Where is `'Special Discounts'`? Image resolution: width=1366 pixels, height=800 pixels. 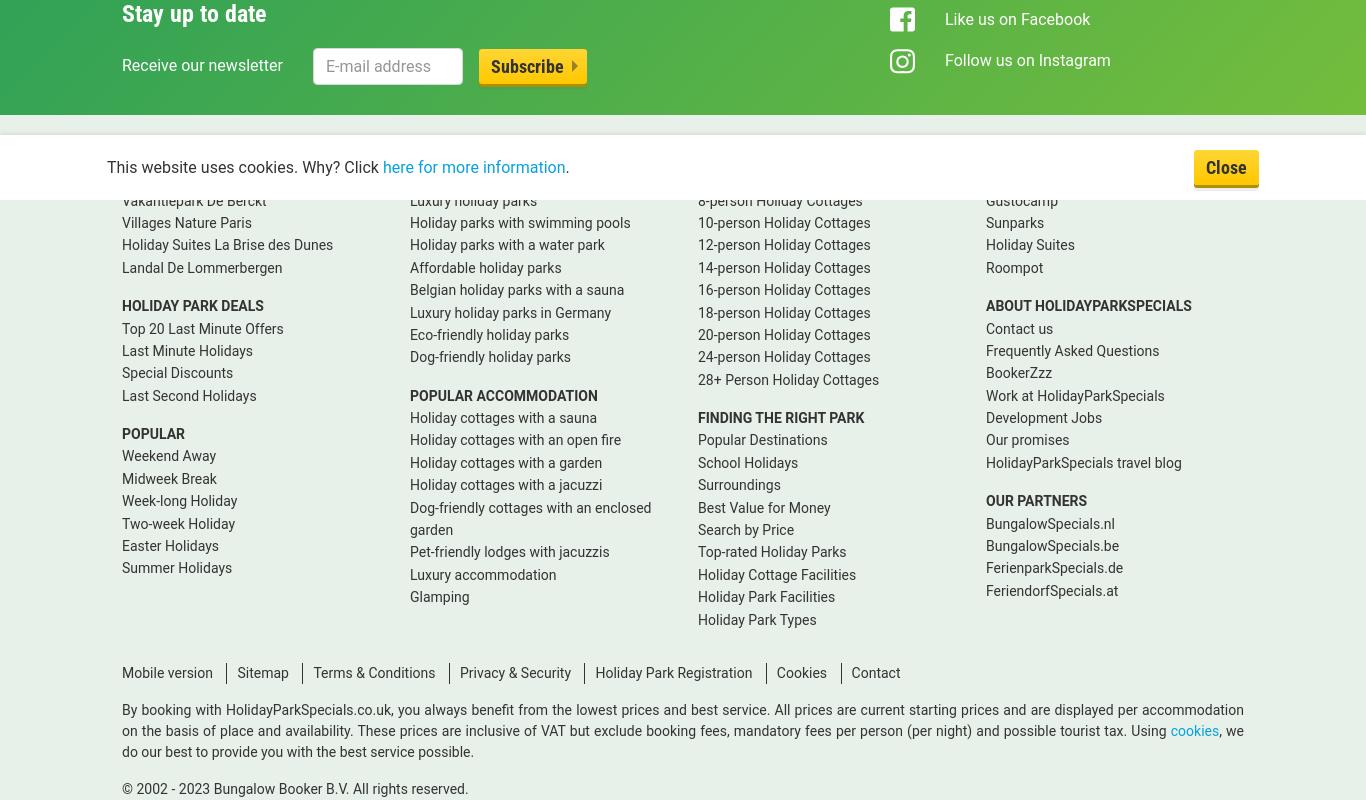 'Special Discounts' is located at coordinates (176, 371).